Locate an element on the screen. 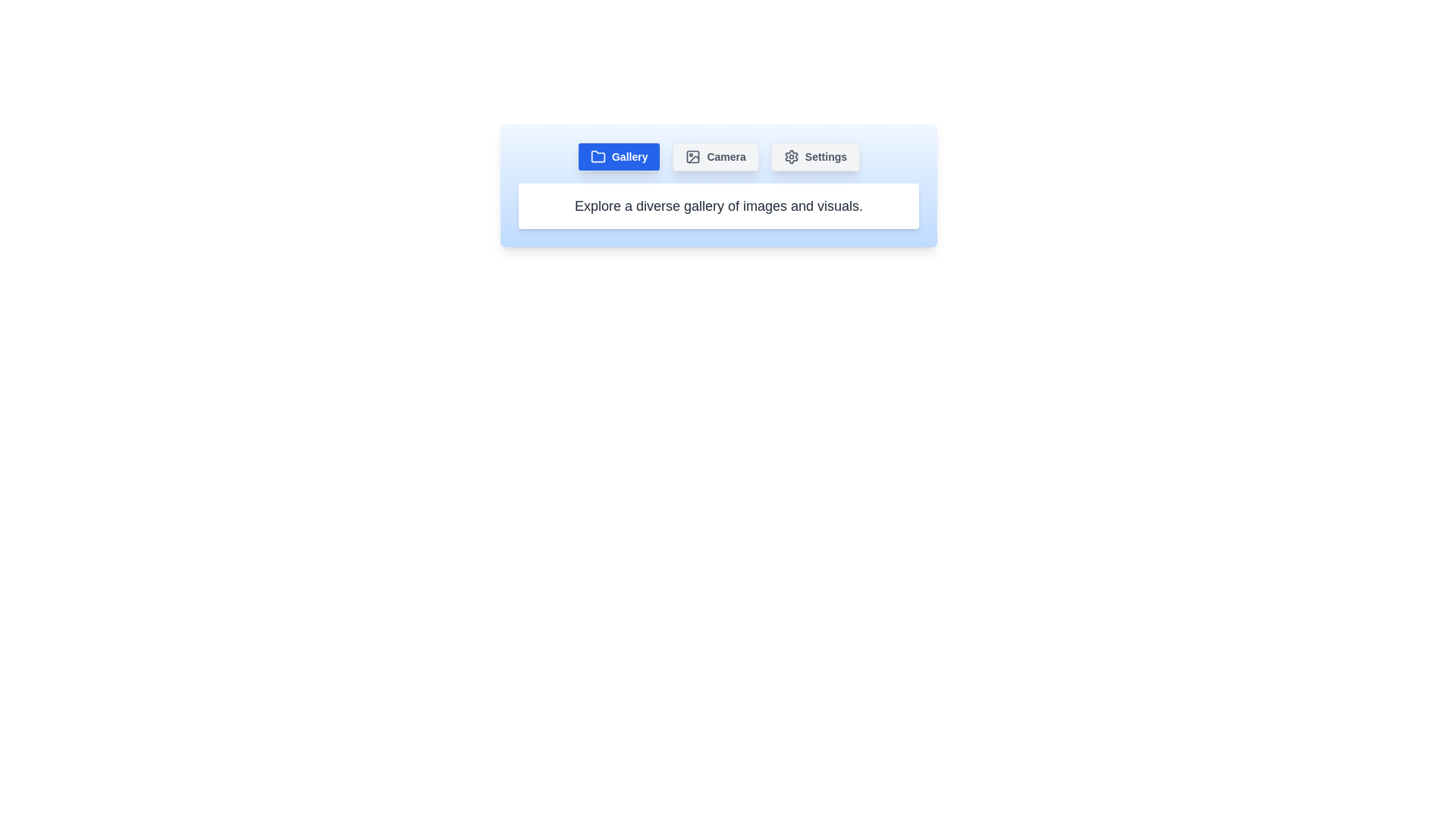 Image resolution: width=1456 pixels, height=819 pixels. the text label within the button that serves as a label for the settings button is located at coordinates (825, 157).